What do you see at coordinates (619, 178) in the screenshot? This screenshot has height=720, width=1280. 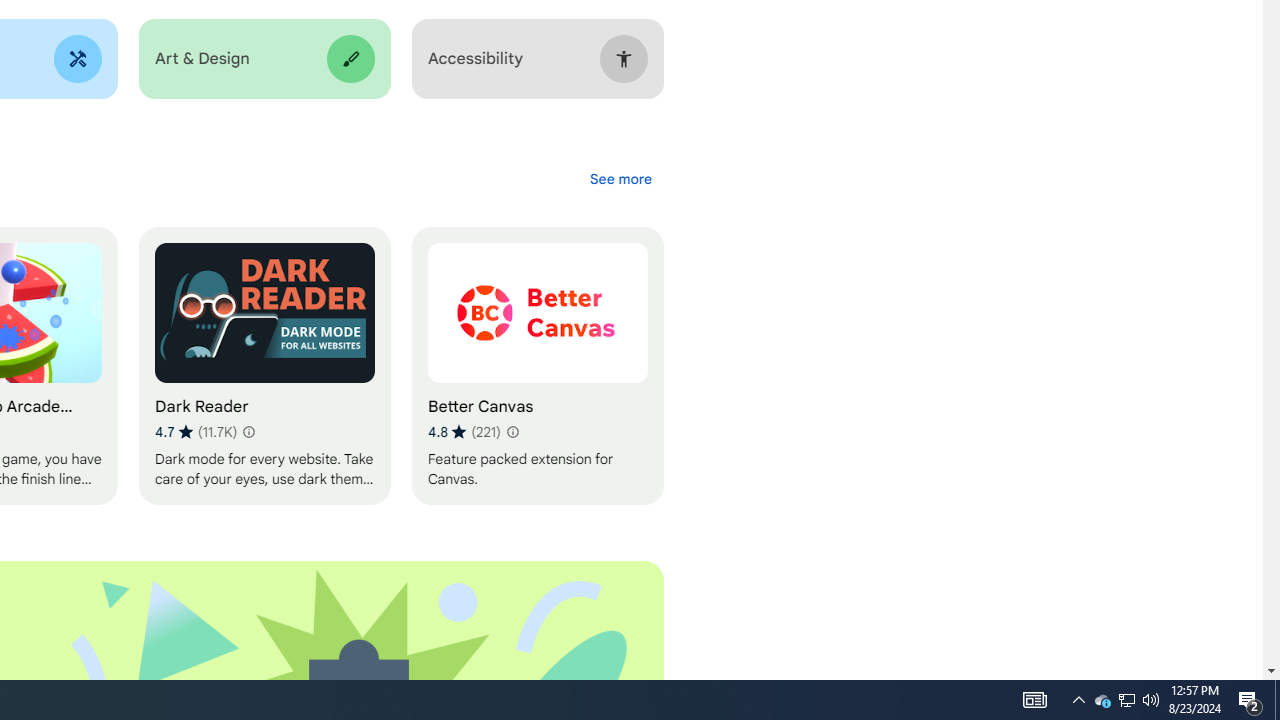 I see `'See more personalized recommendations'` at bounding box center [619, 178].